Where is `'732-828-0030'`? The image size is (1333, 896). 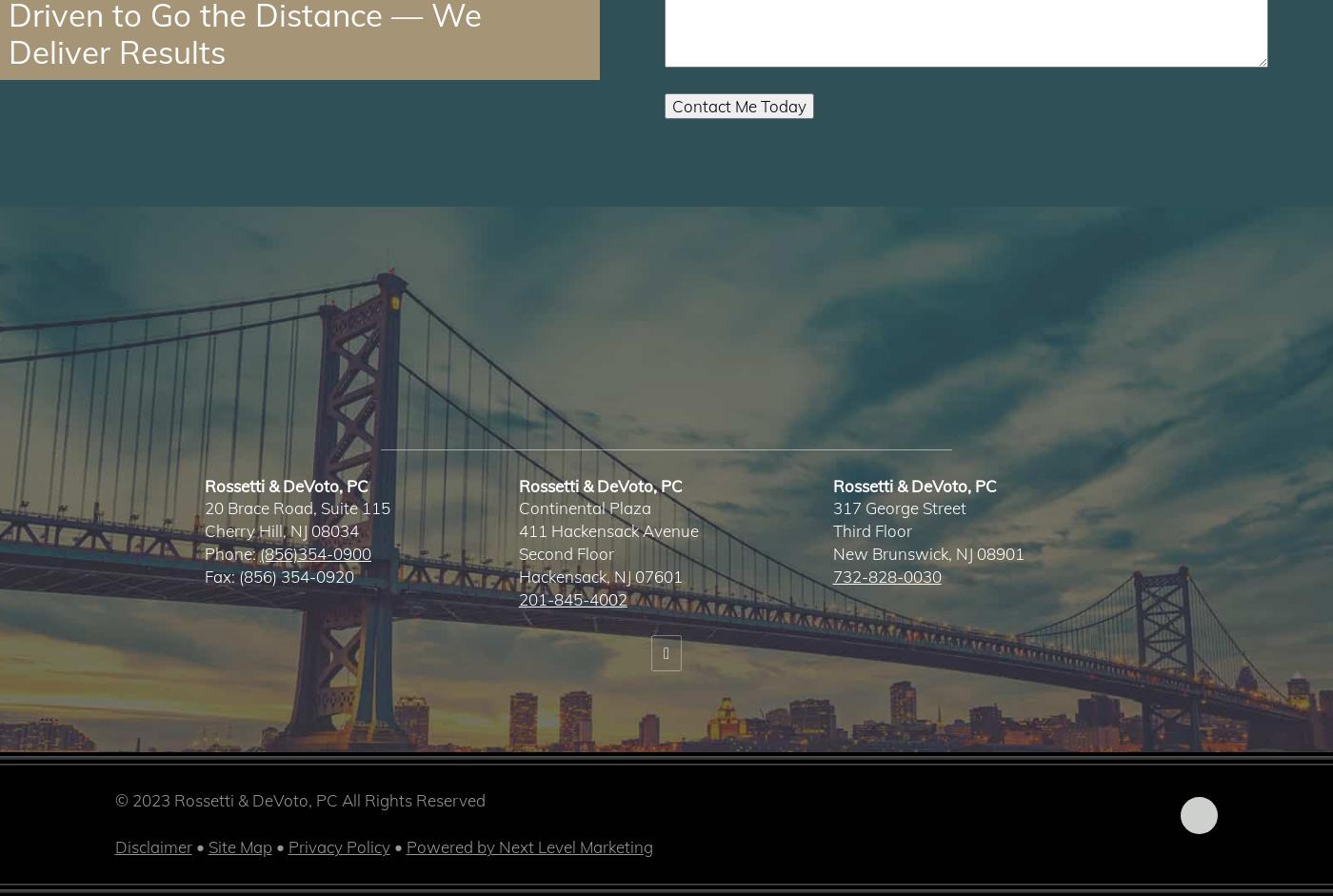
'732-828-0030' is located at coordinates (886, 575).